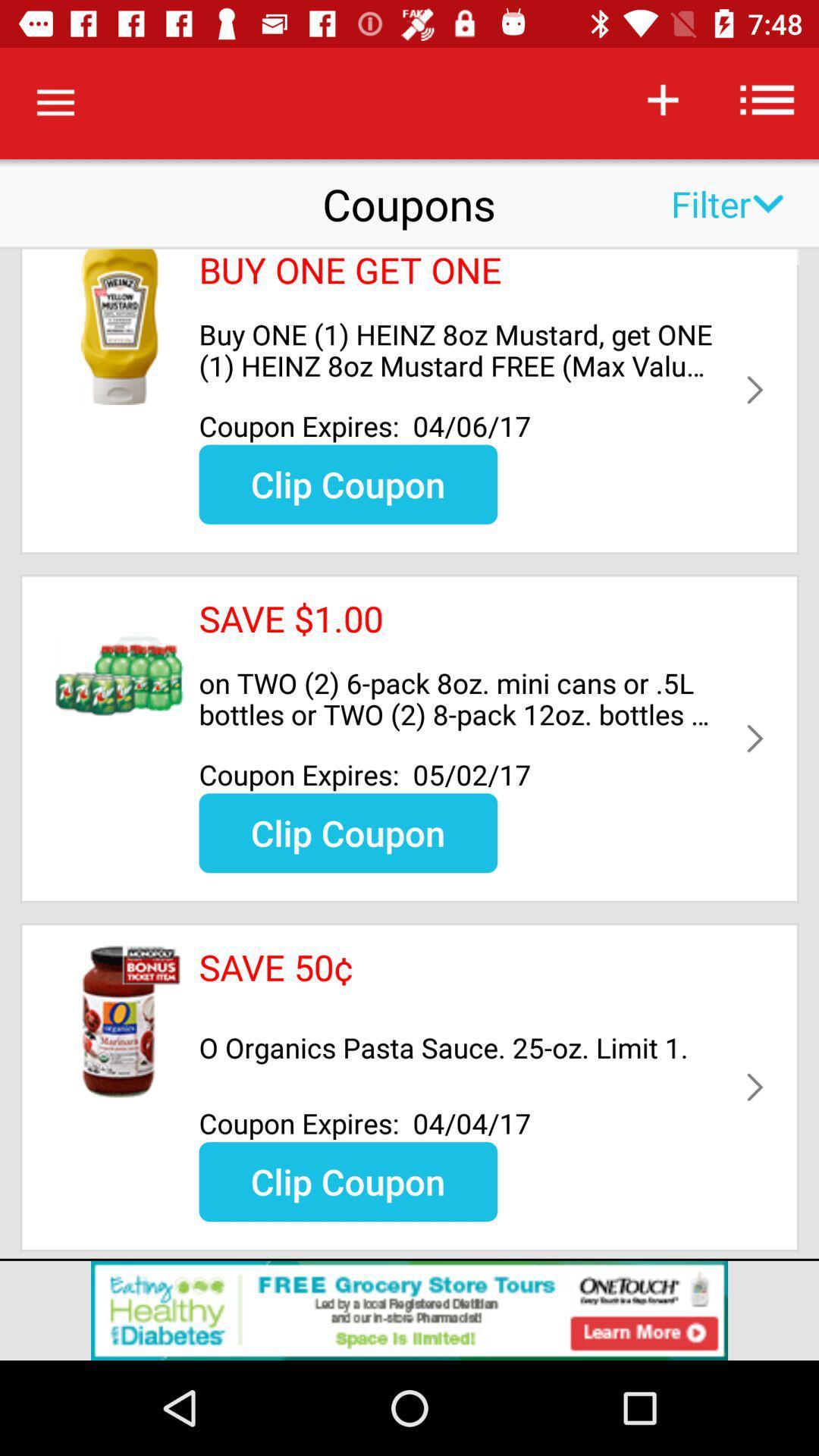 The height and width of the screenshot is (1456, 819). Describe the element at coordinates (409, 1310) in the screenshot. I see `advertisement` at that location.